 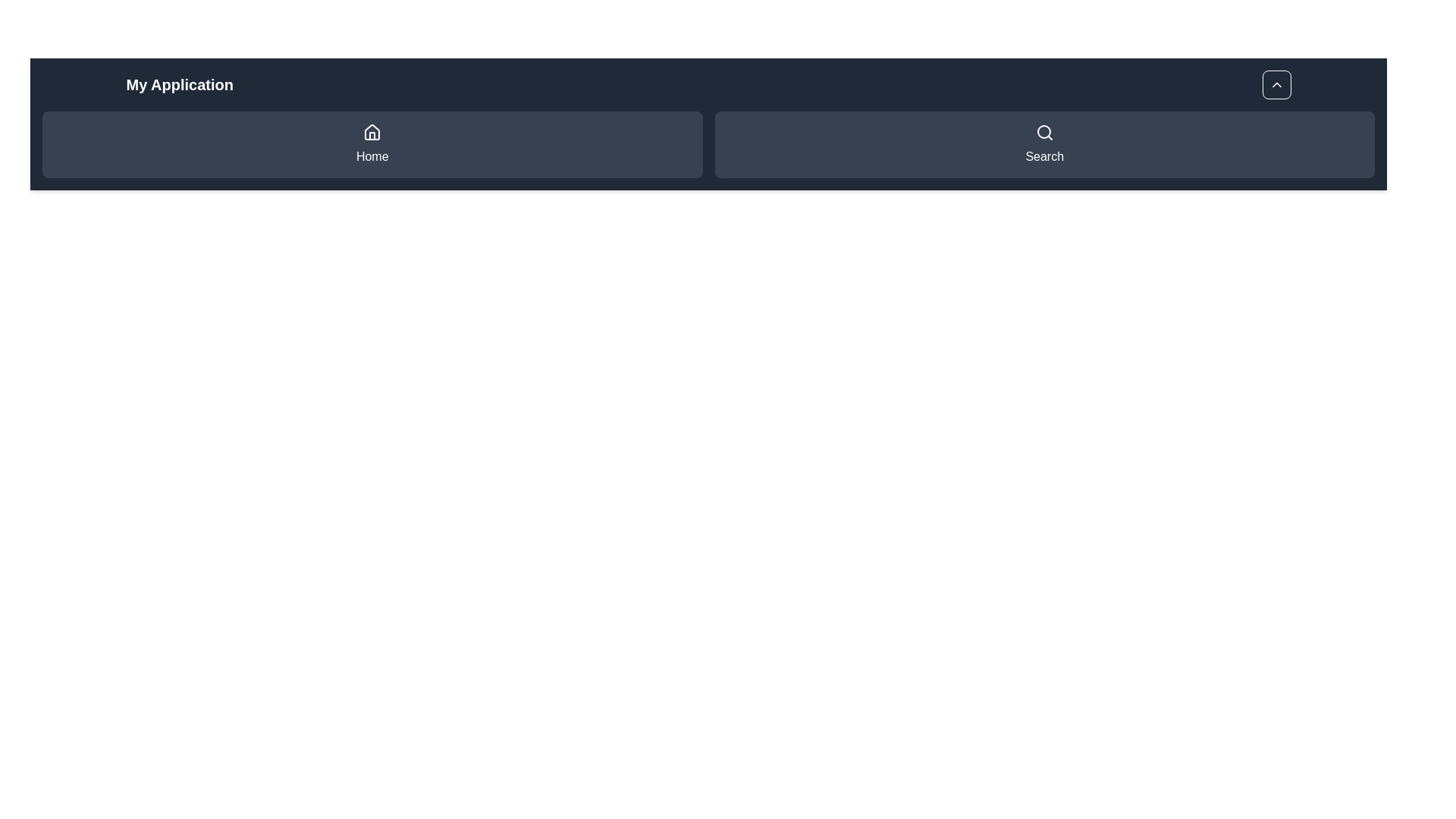 What do you see at coordinates (372, 131) in the screenshot?
I see `the house icon in the navigation bar labeled 'Home', which features a minimalistic design with a gable roof and rounded strokes` at bounding box center [372, 131].